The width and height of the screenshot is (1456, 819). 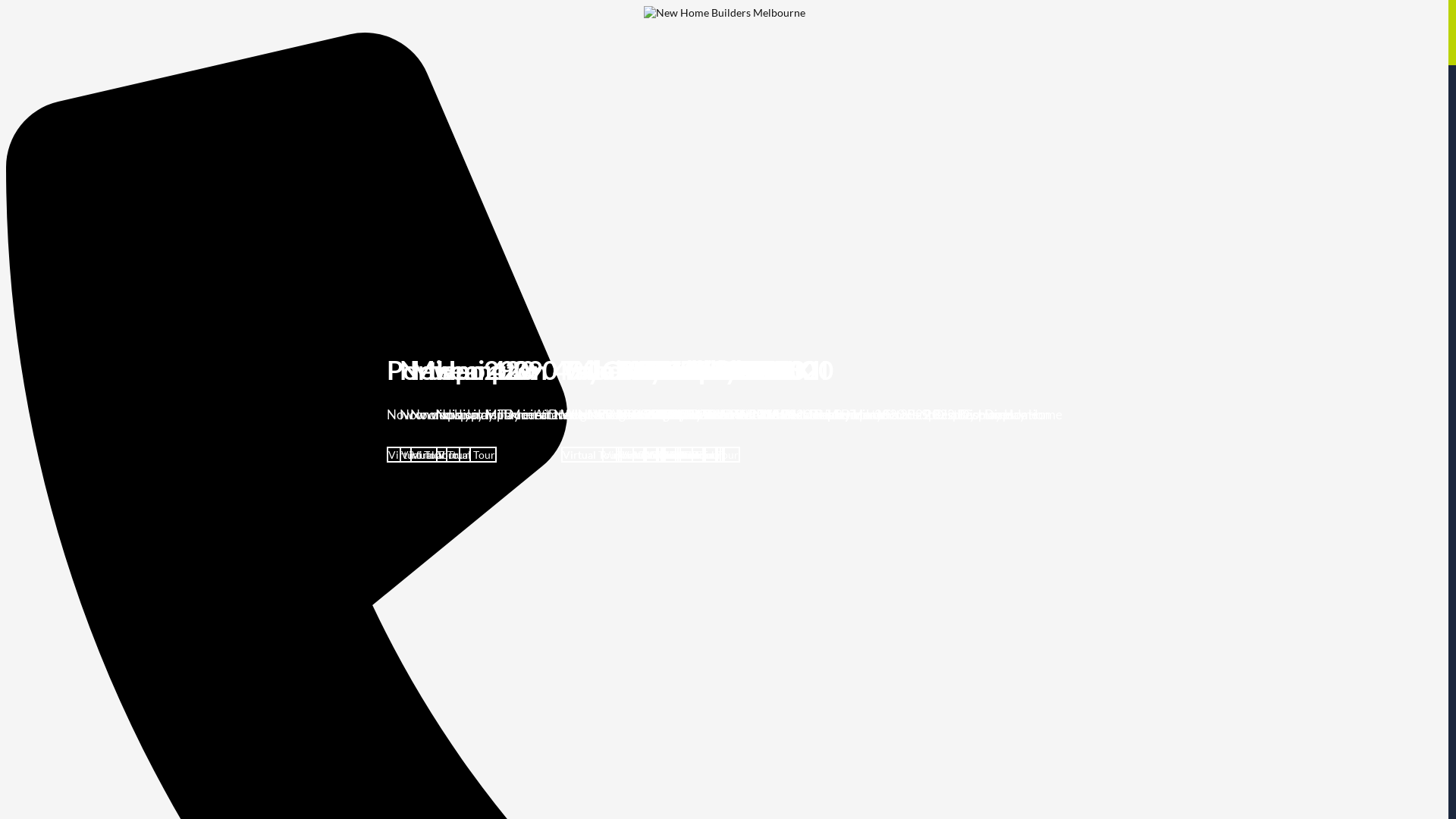 I want to click on 'Virtual Tour', so click(x=679, y=453).